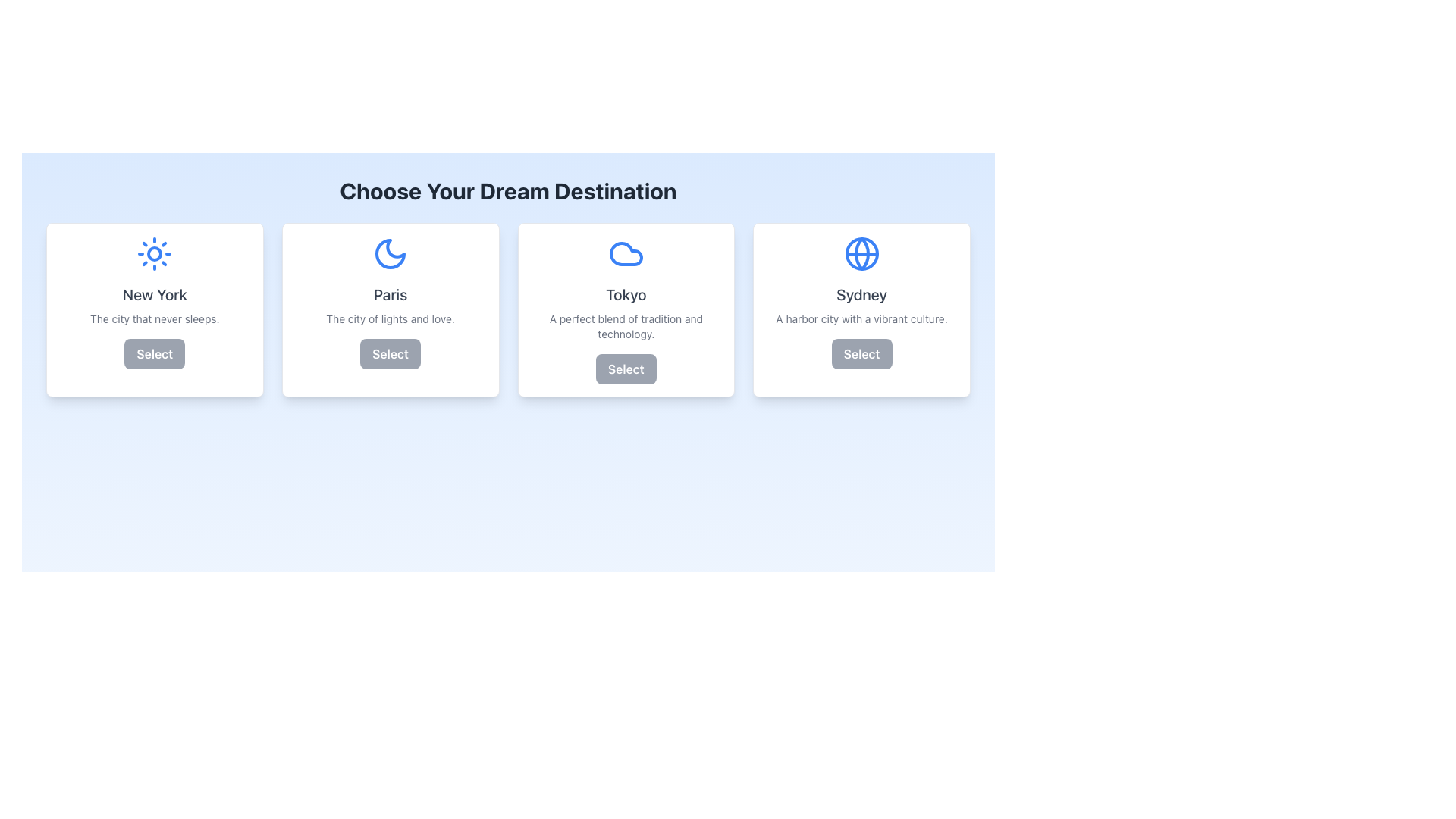 This screenshot has width=1456, height=819. I want to click on the stylized blue cloud icon within the 'Tokyo' card, which is the third card from the left in the destination row, so click(626, 253).